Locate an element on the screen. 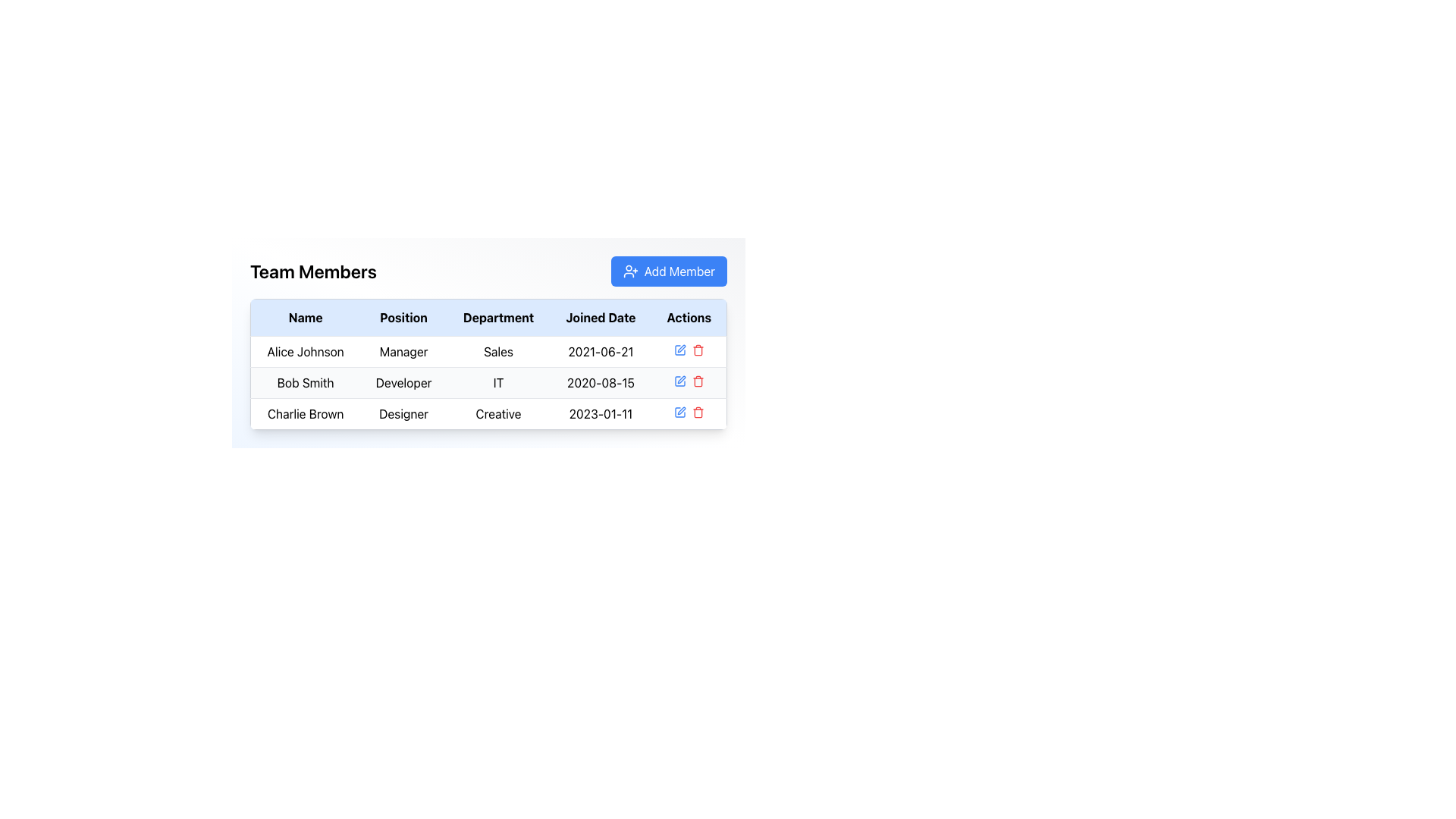 Image resolution: width=1456 pixels, height=819 pixels. the 'Add Member' label located on the blue button is located at coordinates (679, 271).